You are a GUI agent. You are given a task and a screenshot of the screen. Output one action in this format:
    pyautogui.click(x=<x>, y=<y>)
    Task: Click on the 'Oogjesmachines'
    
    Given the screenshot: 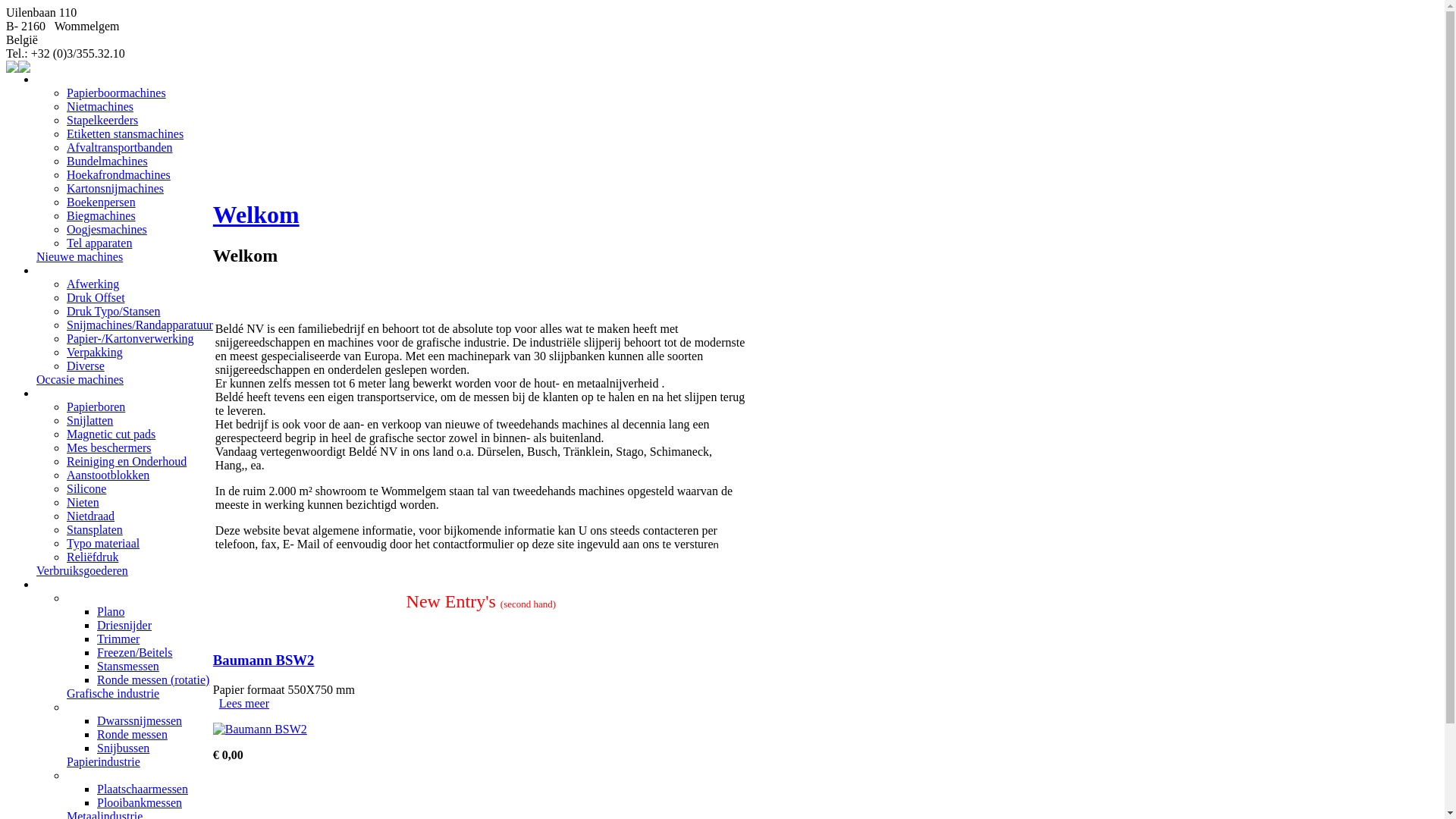 What is the action you would take?
    pyautogui.click(x=105, y=229)
    